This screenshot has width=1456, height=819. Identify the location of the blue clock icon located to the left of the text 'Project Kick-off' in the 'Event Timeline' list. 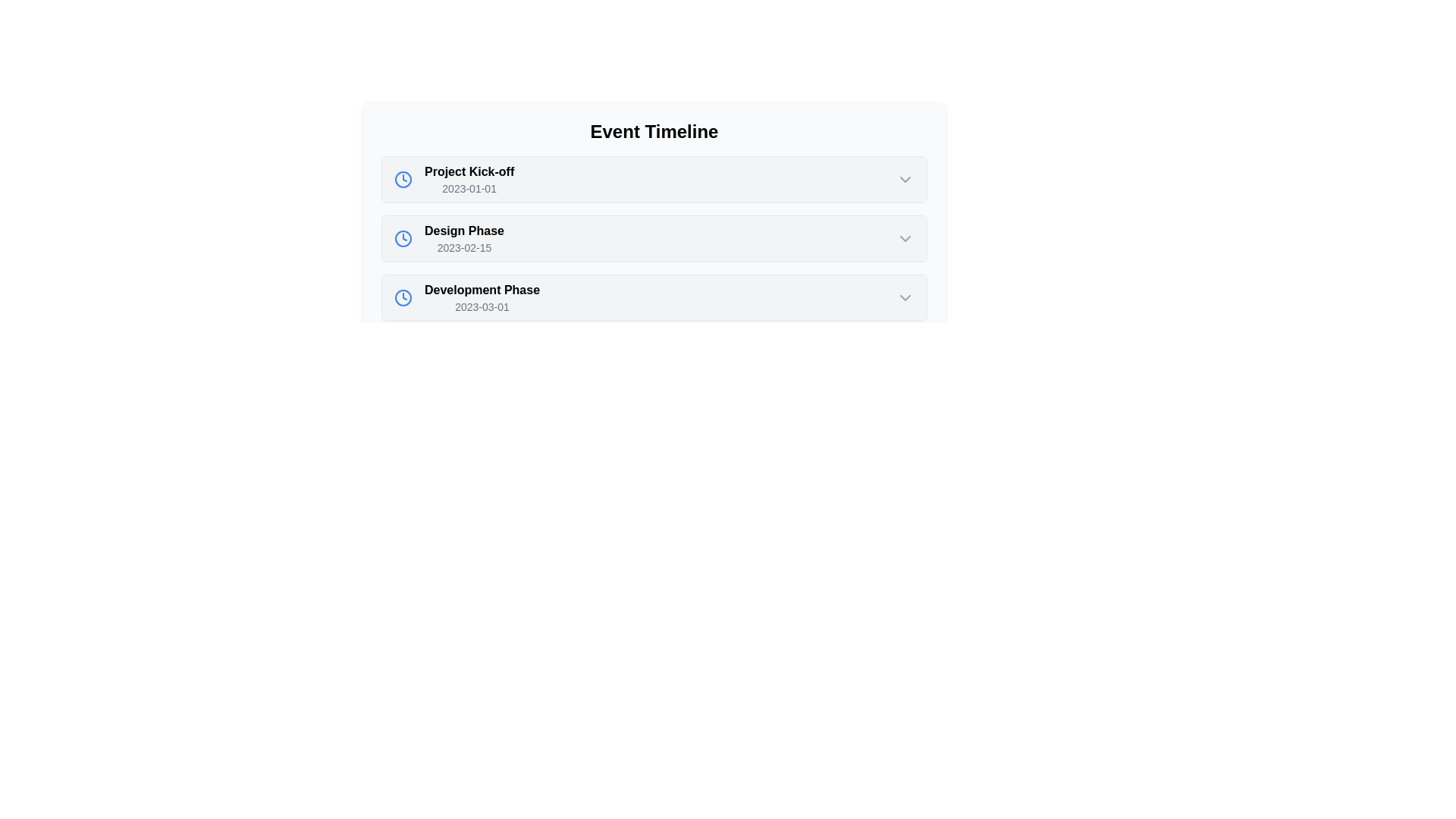
(403, 178).